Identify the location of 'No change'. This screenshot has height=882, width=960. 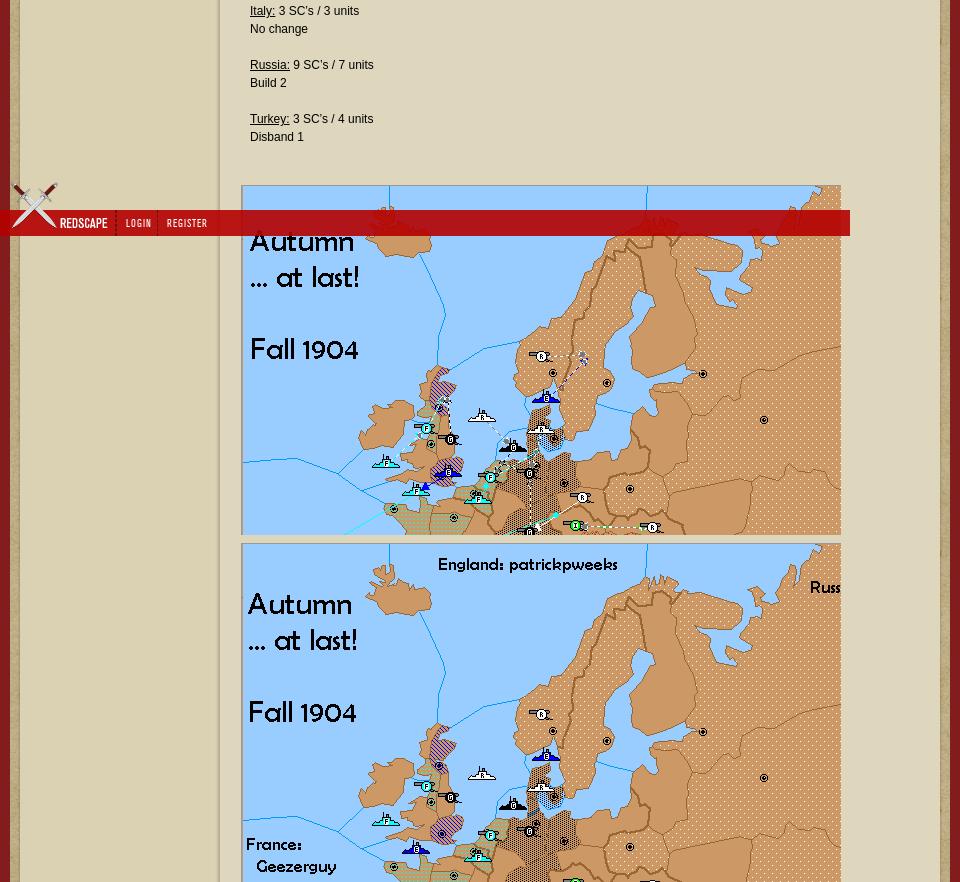
(277, 29).